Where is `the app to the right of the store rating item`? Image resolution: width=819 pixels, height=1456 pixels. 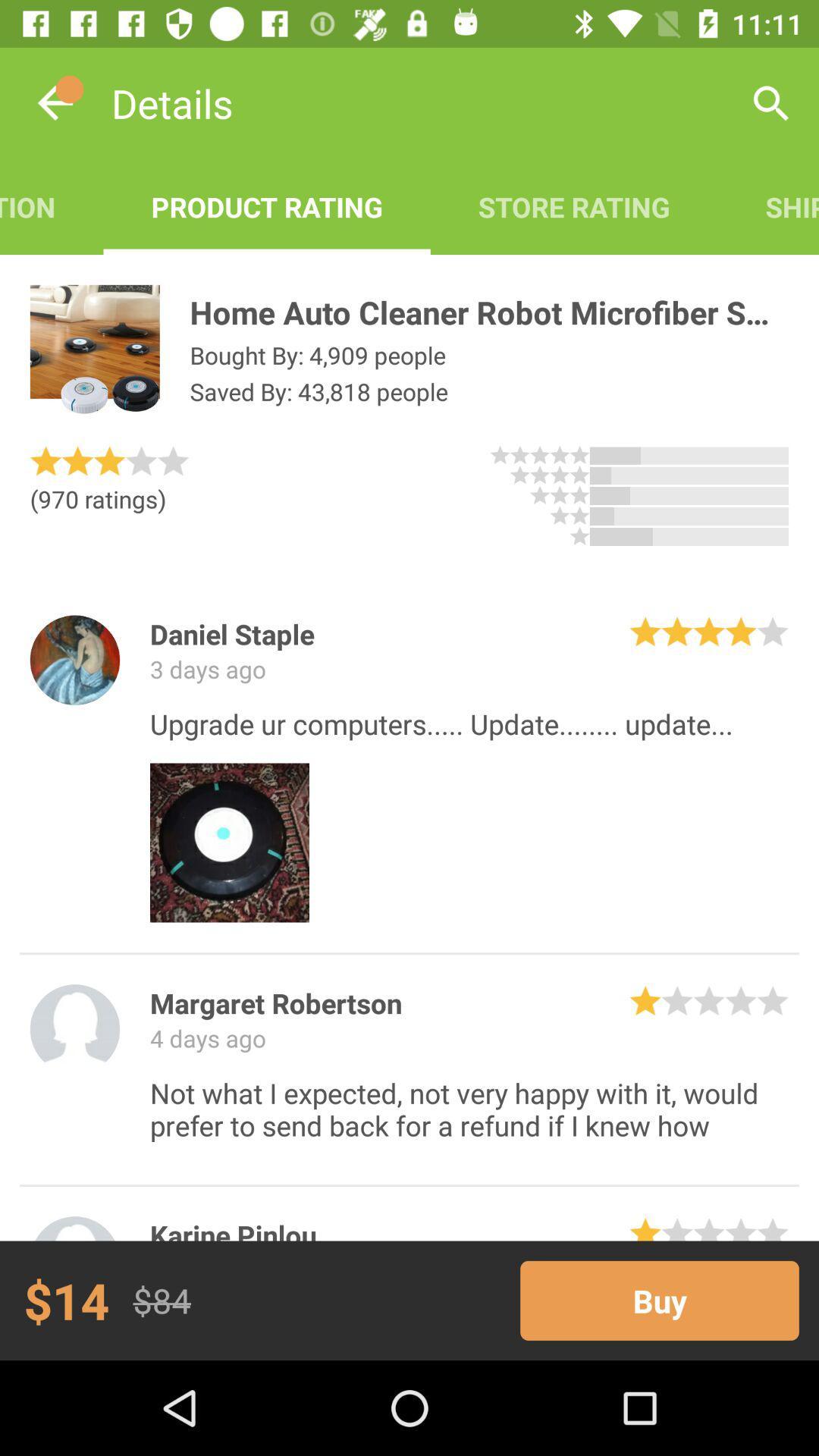 the app to the right of the store rating item is located at coordinates (771, 102).